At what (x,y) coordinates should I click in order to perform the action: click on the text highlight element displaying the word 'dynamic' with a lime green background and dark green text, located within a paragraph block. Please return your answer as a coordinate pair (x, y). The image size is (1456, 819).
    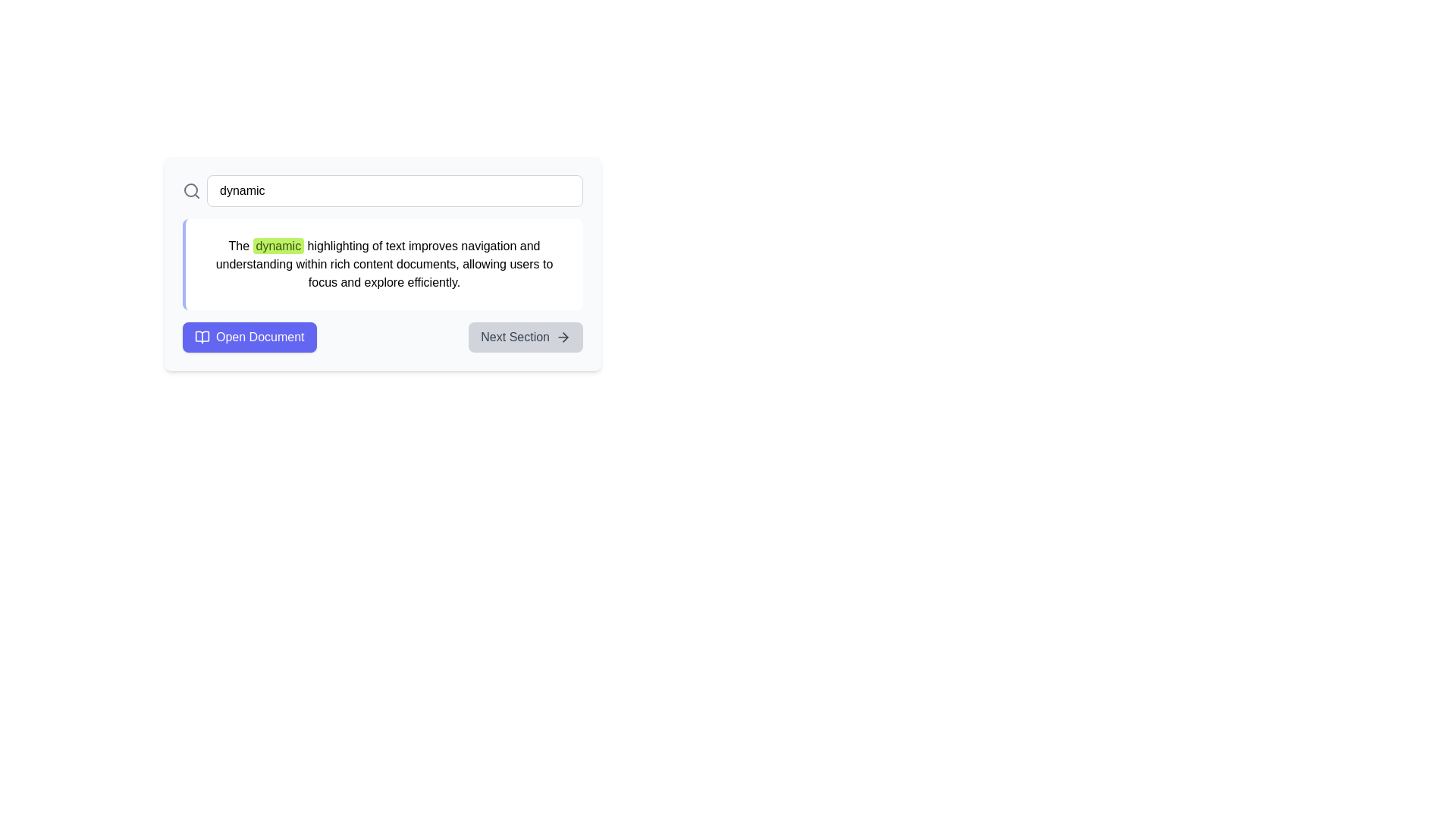
    Looking at the image, I should click on (278, 245).